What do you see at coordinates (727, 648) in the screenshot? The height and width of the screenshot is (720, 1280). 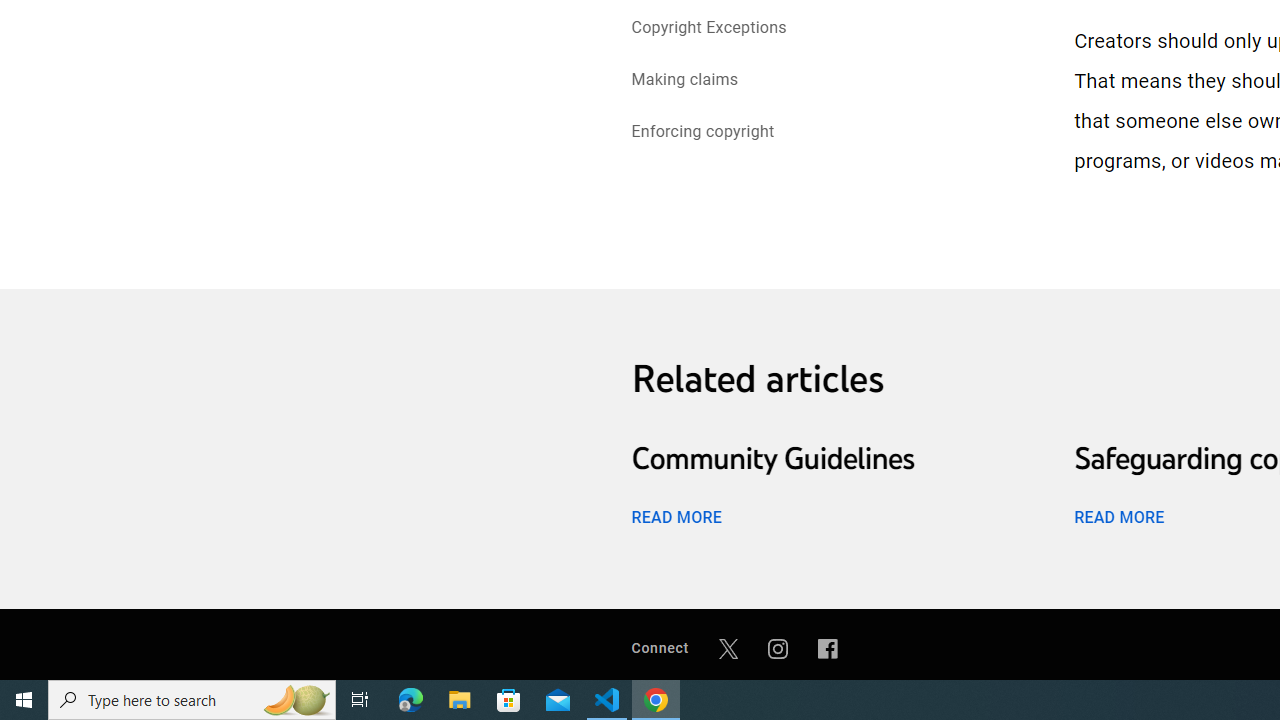 I see `'Twitter'` at bounding box center [727, 648].